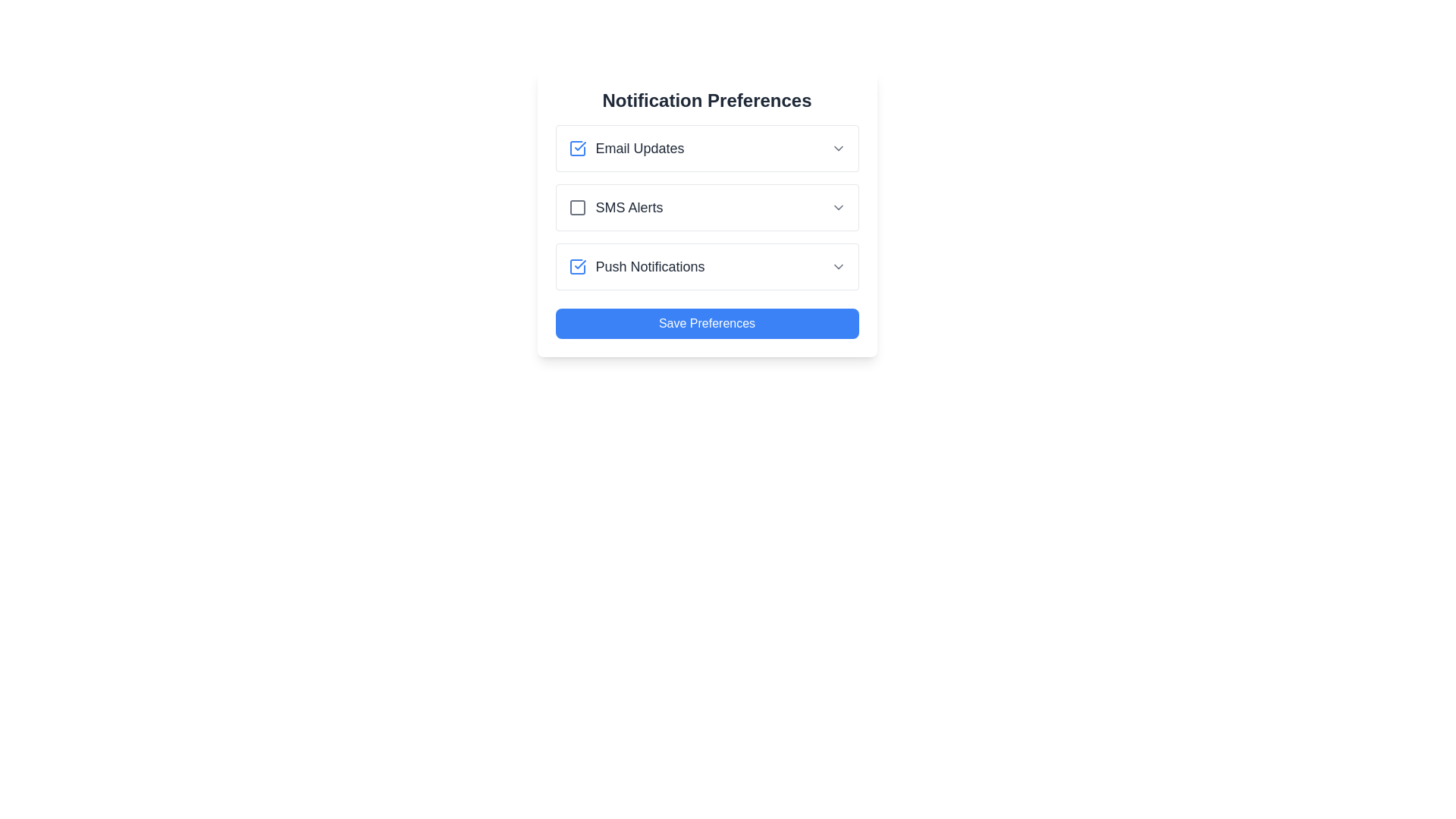  I want to click on the small square icon with rounded corners located inside the 'SMS Alerts' option within the notification preferences card, so click(576, 207).